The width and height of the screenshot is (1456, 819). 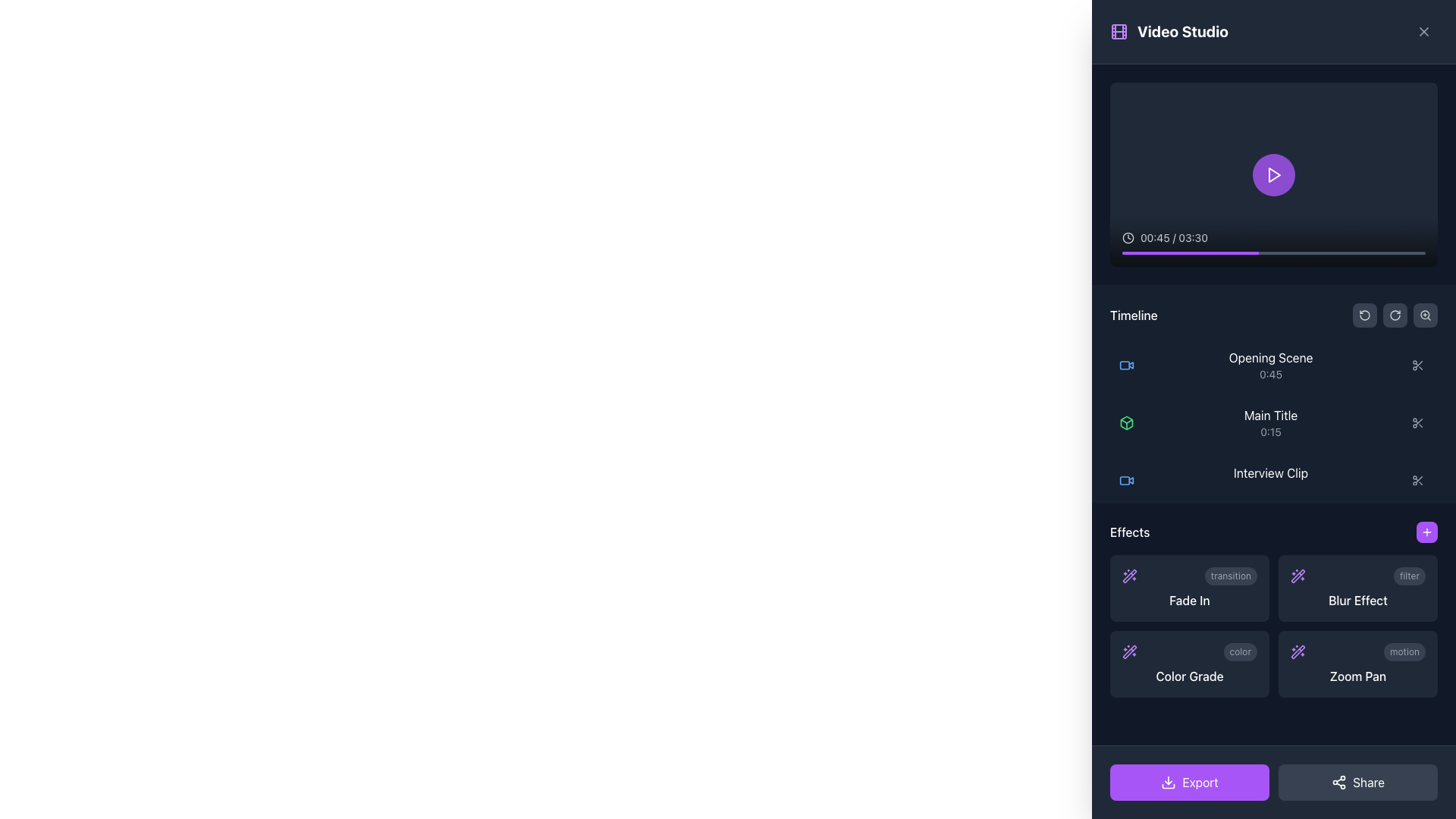 What do you see at coordinates (1182, 32) in the screenshot?
I see `the bold, white text element reading 'Video Studio' located at the top-left section of the right panel` at bounding box center [1182, 32].